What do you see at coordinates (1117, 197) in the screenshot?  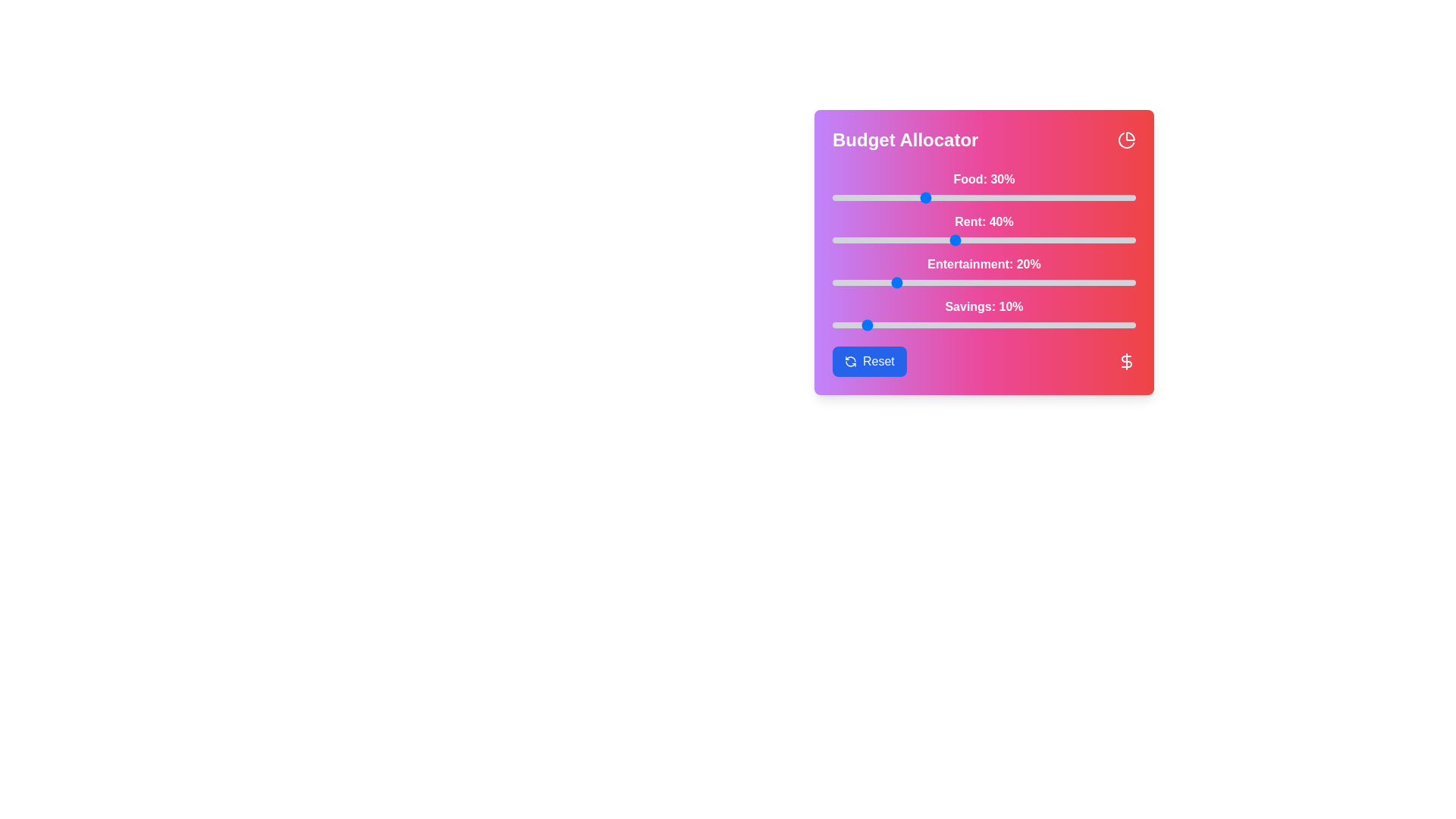 I see `'Food' slider` at bounding box center [1117, 197].